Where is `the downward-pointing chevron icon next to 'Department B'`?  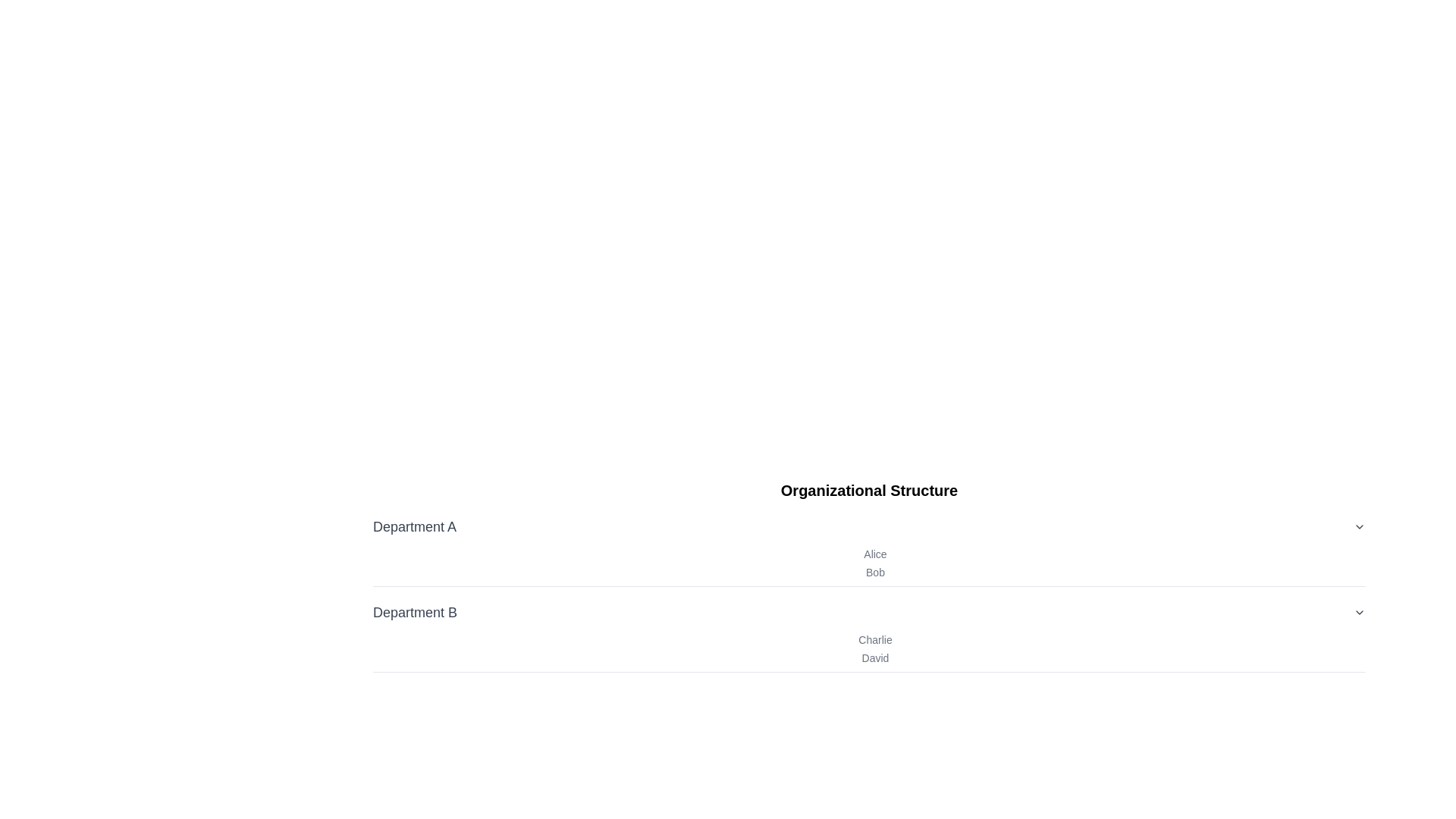 the downward-pointing chevron icon next to 'Department B' is located at coordinates (1360, 611).